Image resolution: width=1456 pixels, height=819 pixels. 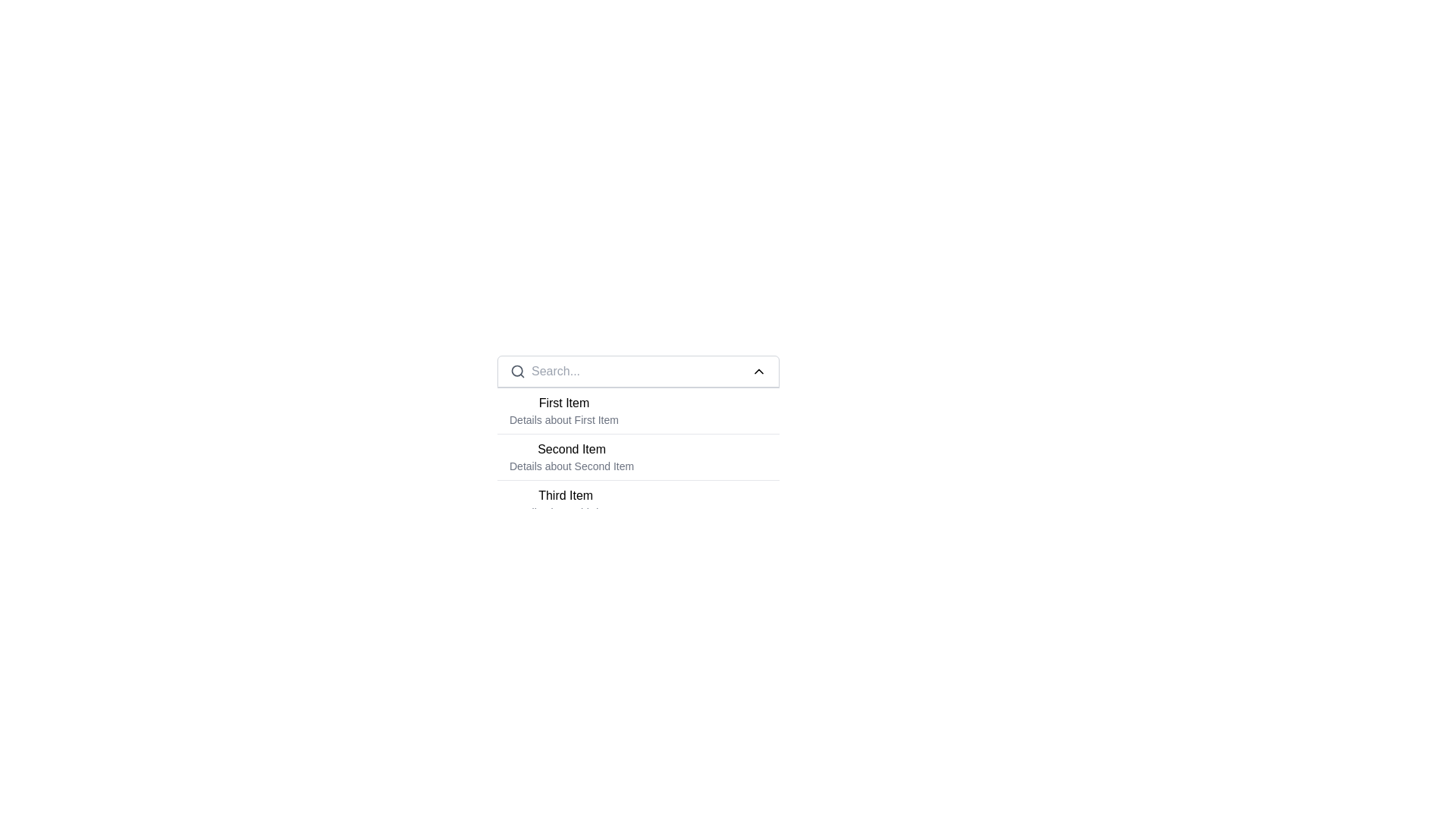 I want to click on the text 'Second Item' displayed in black color, so click(x=571, y=449).